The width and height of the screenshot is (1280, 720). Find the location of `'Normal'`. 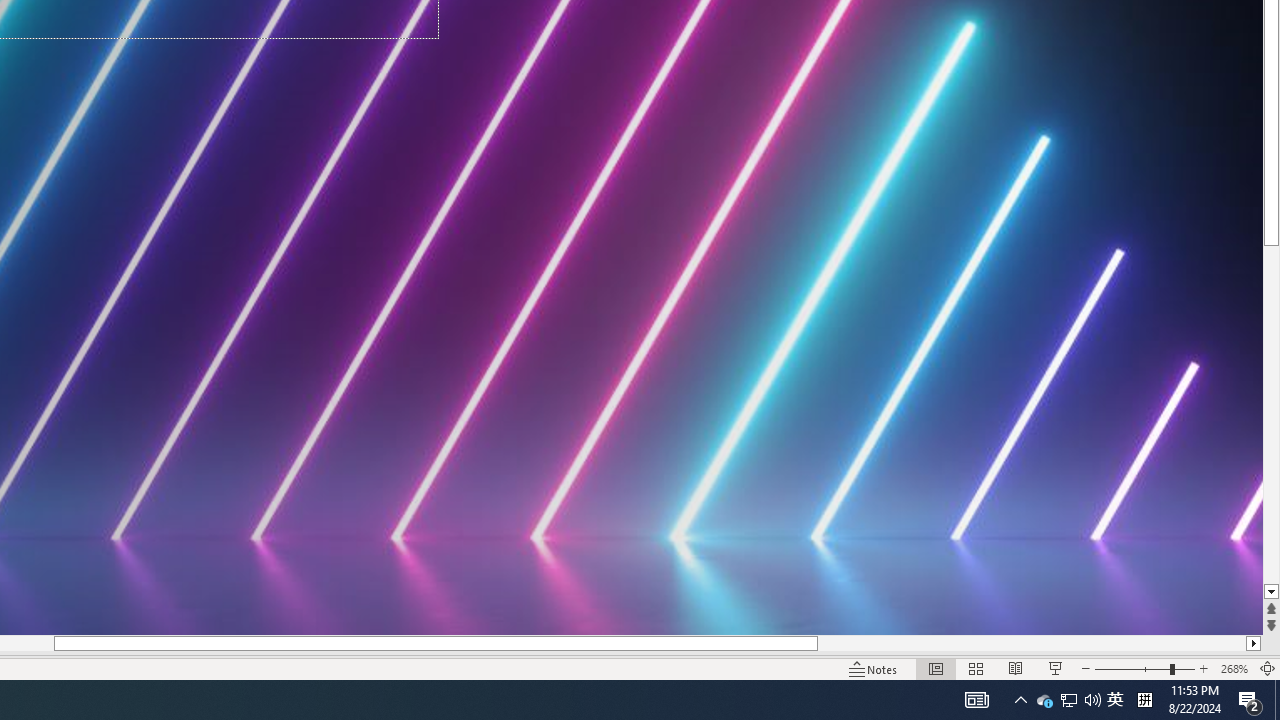

'Normal' is located at coordinates (935, 669).